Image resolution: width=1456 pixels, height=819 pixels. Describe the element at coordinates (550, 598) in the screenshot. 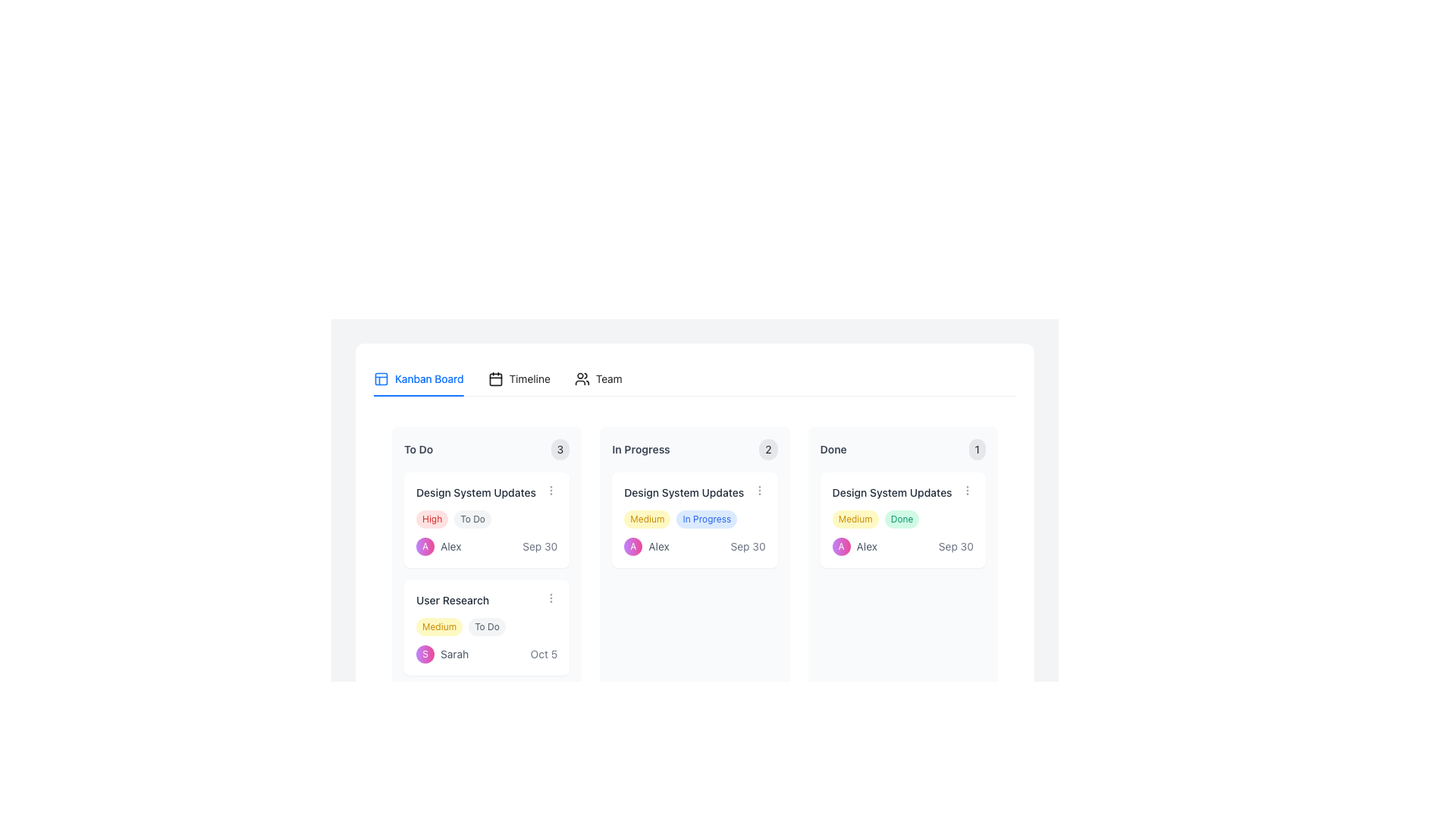

I see `the button located on the far-right side of the 'User Research' card in the 'To Do' column` at that location.